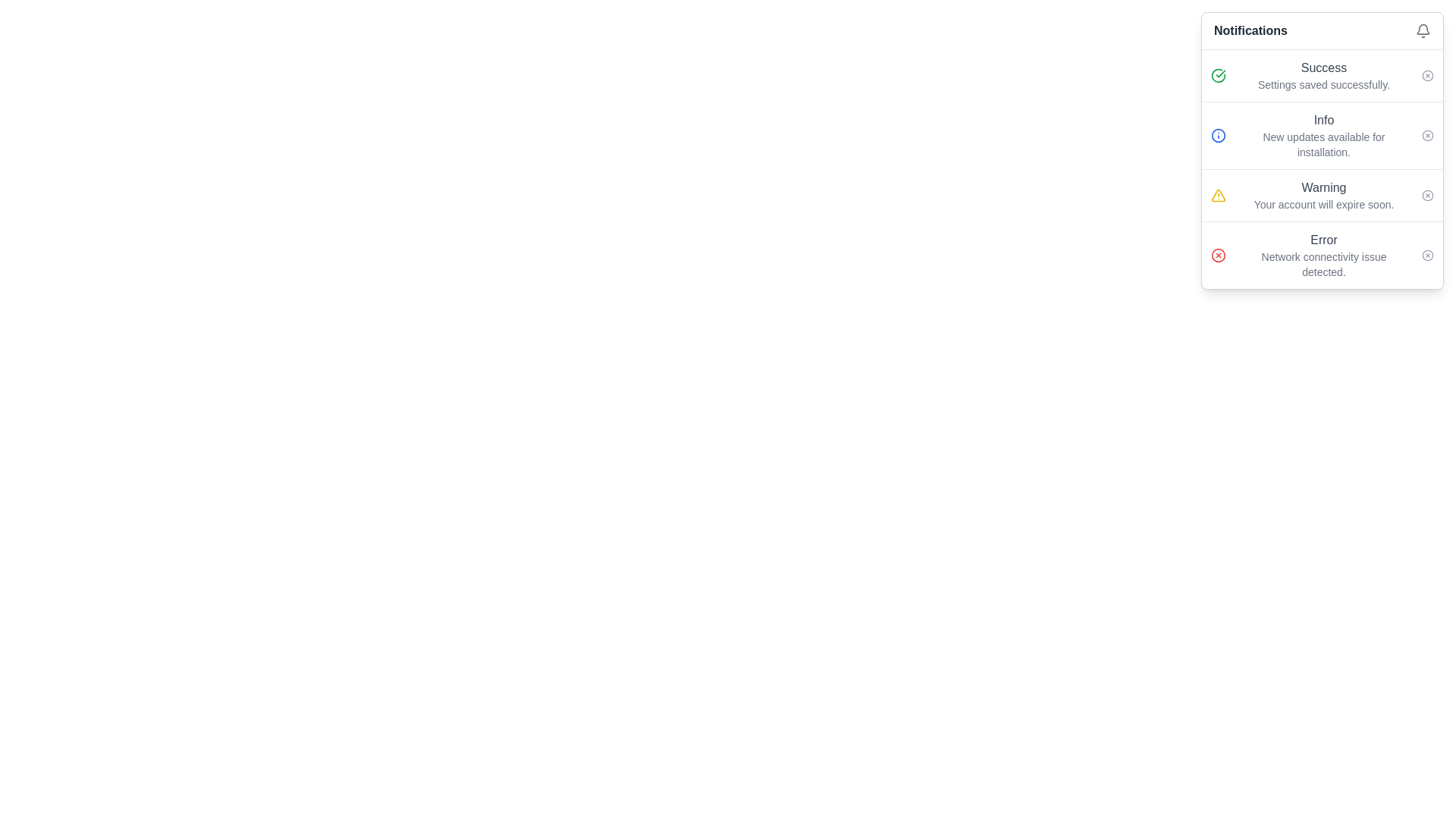 The width and height of the screenshot is (1456, 819). What do you see at coordinates (1323, 76) in the screenshot?
I see `the 'Success' notification text block that indicates 'Settings saved successfully.'` at bounding box center [1323, 76].